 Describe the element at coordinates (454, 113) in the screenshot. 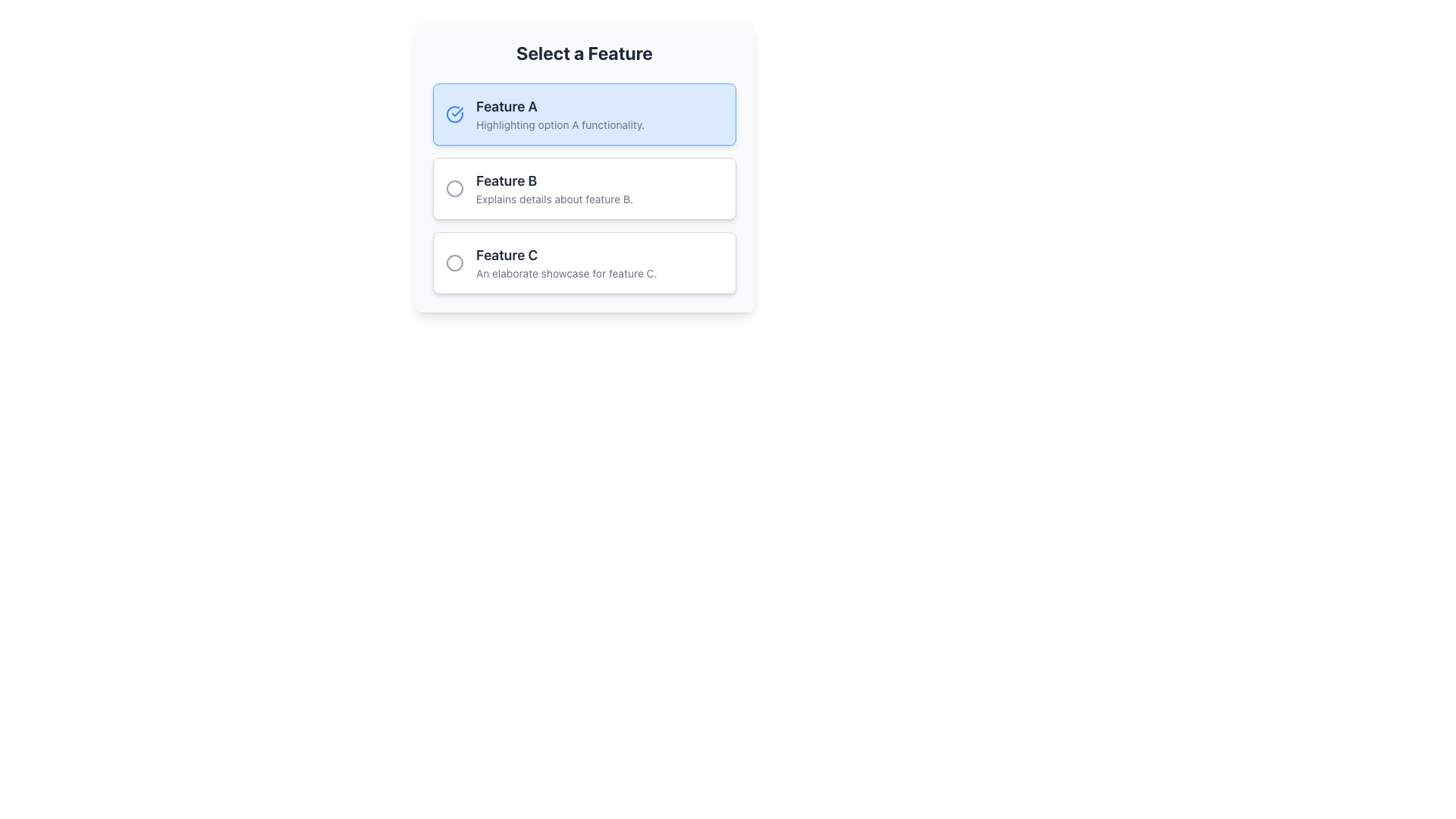

I see `the circular light blue icon with a checkmark that is part of the option selection interface for 'Feature A'` at that location.